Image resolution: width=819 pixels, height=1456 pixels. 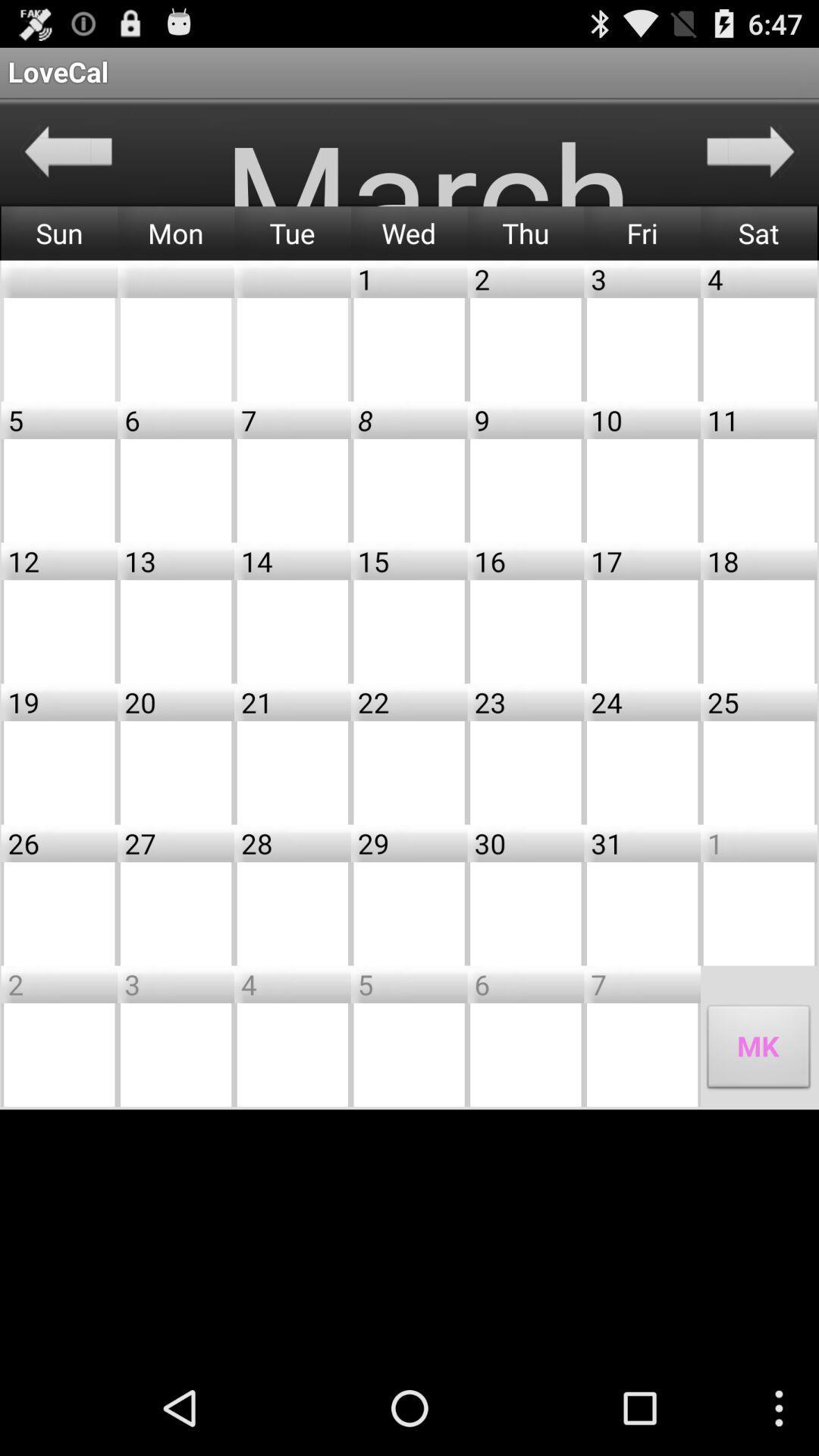 What do you see at coordinates (758, 525) in the screenshot?
I see `the minus icon` at bounding box center [758, 525].